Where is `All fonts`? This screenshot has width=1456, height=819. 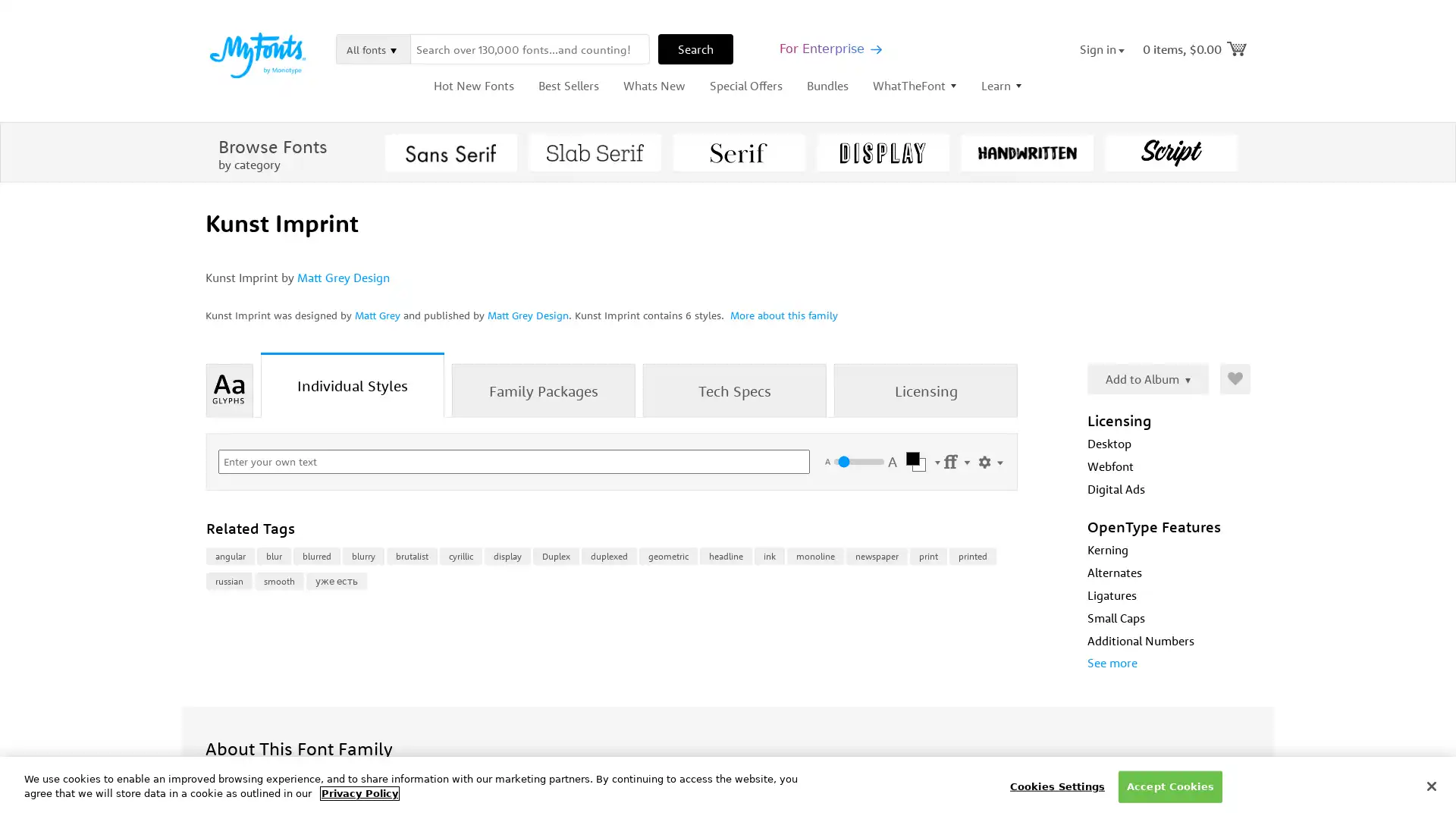
All fonts is located at coordinates (373, 49).